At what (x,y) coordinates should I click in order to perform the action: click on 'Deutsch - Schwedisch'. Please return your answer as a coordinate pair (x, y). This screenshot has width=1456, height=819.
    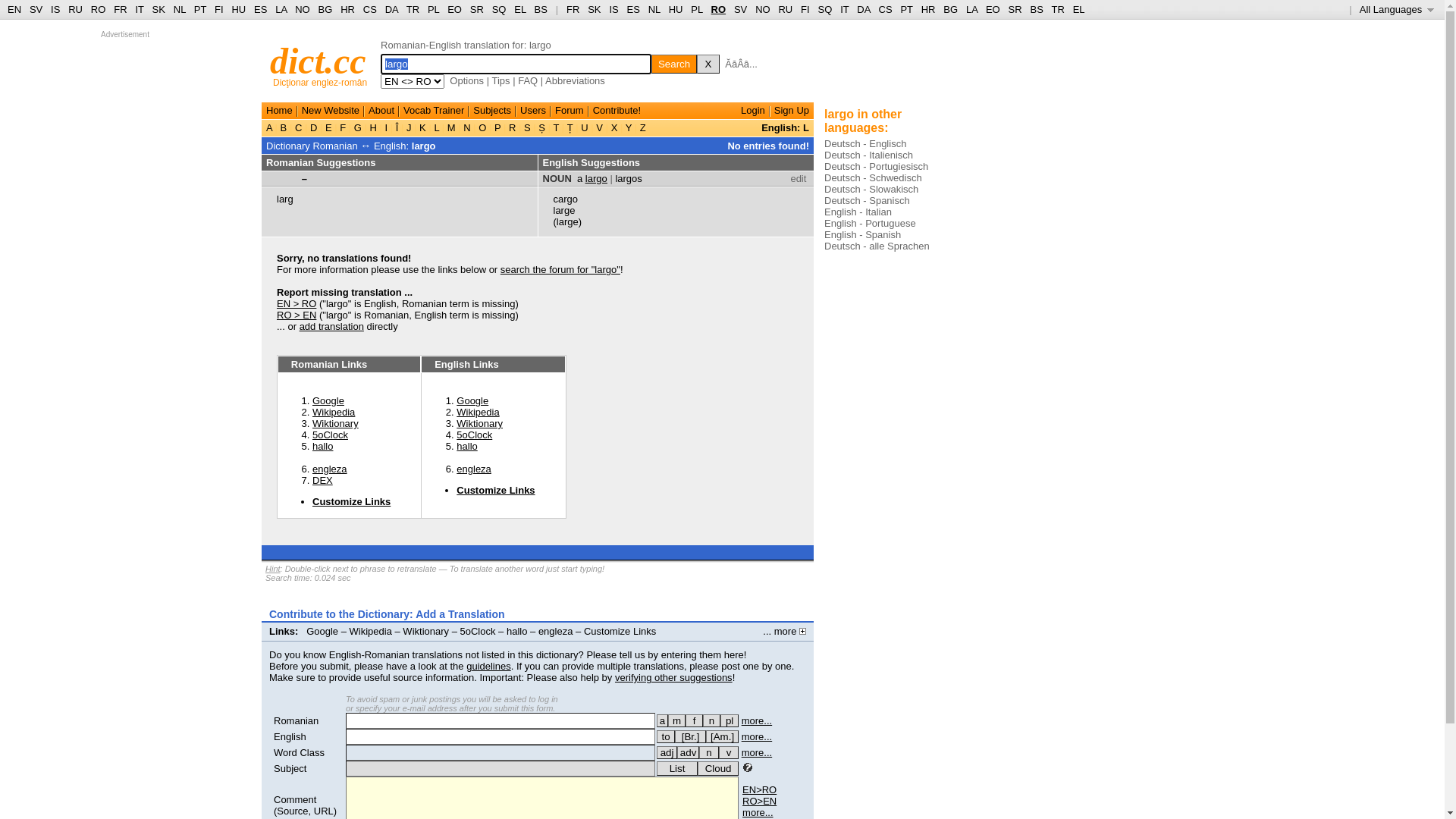
    Looking at the image, I should click on (873, 177).